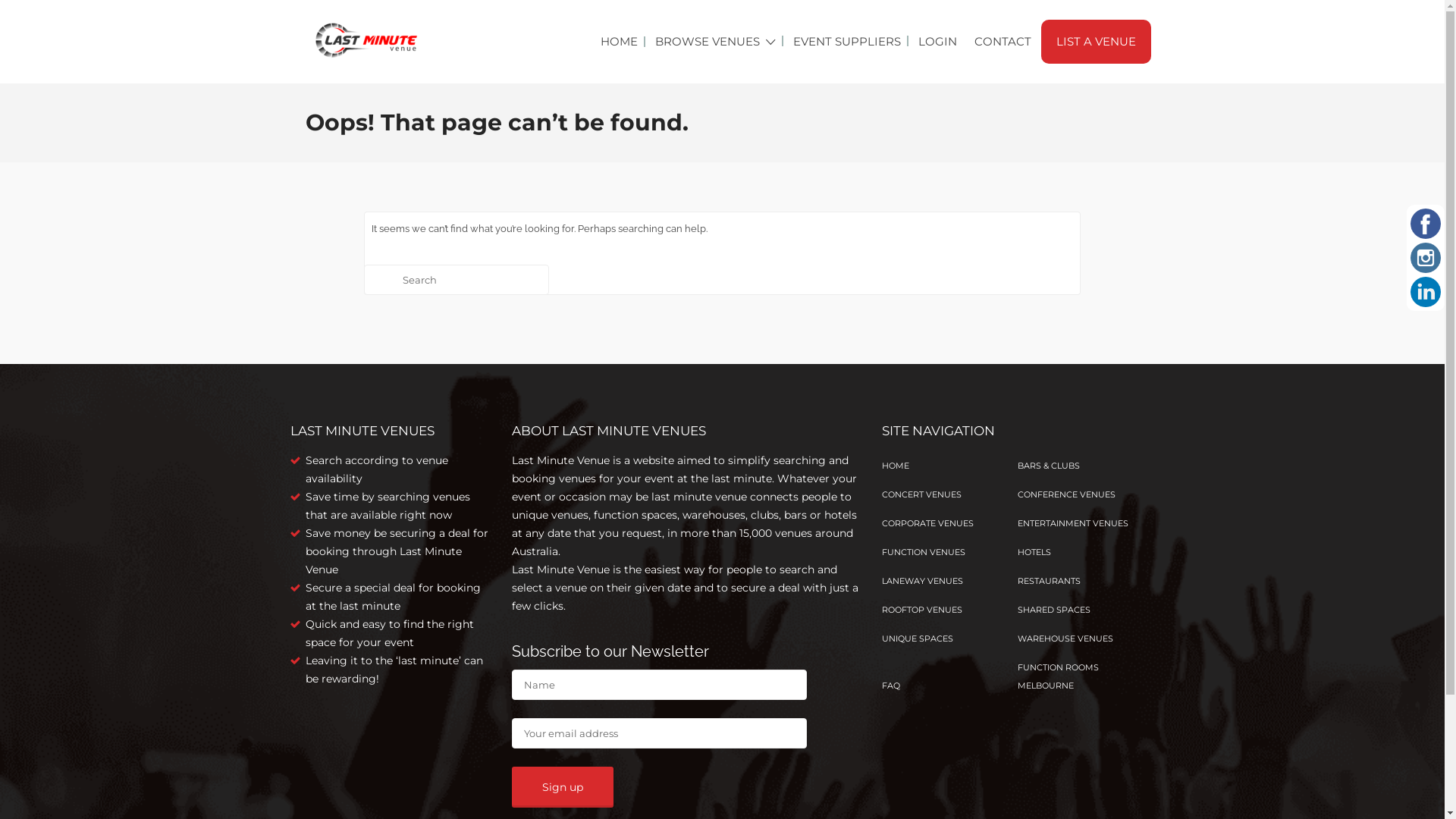  Describe the element at coordinates (920, 608) in the screenshot. I see `'ROOFTOP VENUES'` at that location.